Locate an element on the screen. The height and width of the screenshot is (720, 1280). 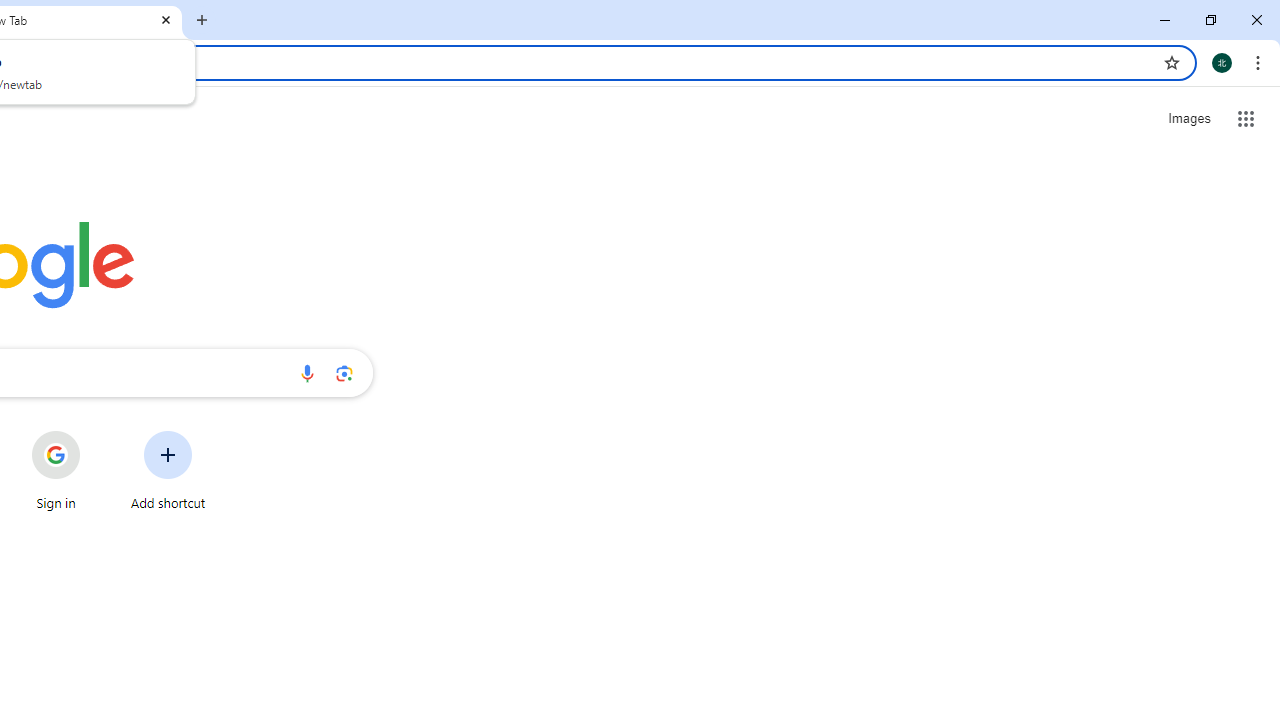
'Sign in' is located at coordinates (56, 470).